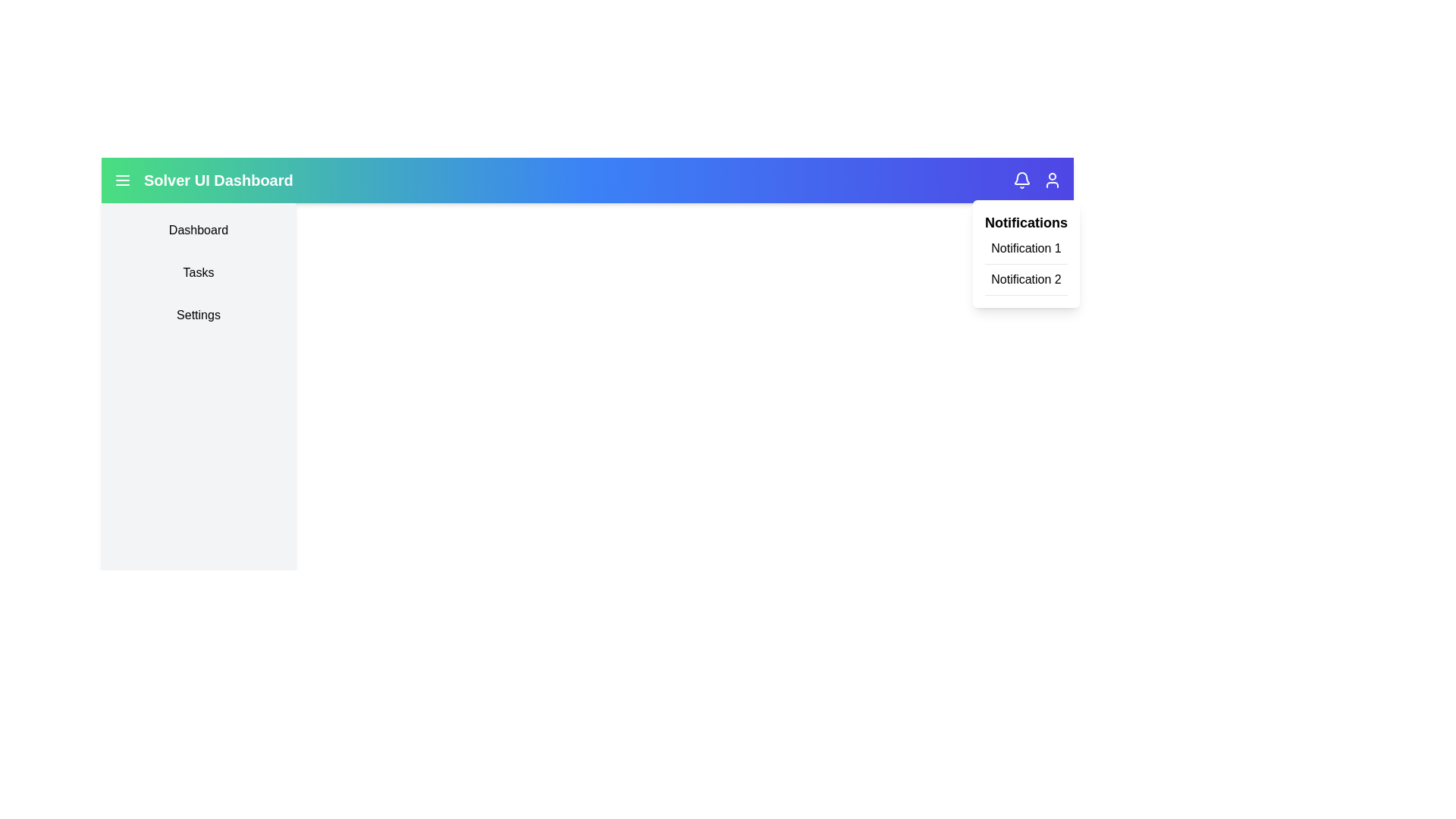  Describe the element at coordinates (218, 180) in the screenshot. I see `the title text in the navigation bar that denotes the name of the application or dashboard` at that location.